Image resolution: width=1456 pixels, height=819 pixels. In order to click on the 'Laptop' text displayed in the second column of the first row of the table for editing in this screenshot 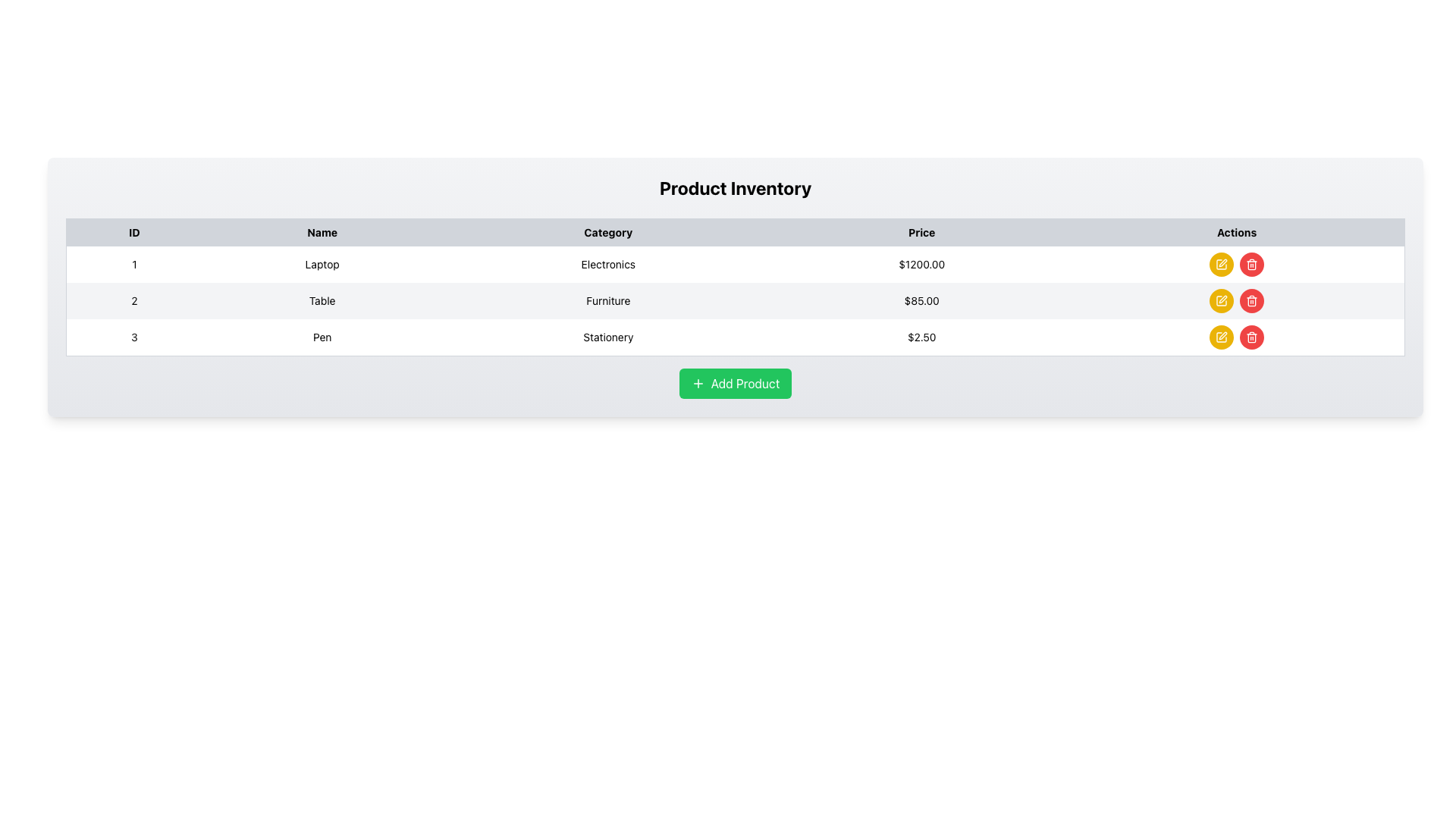, I will do `click(322, 263)`.